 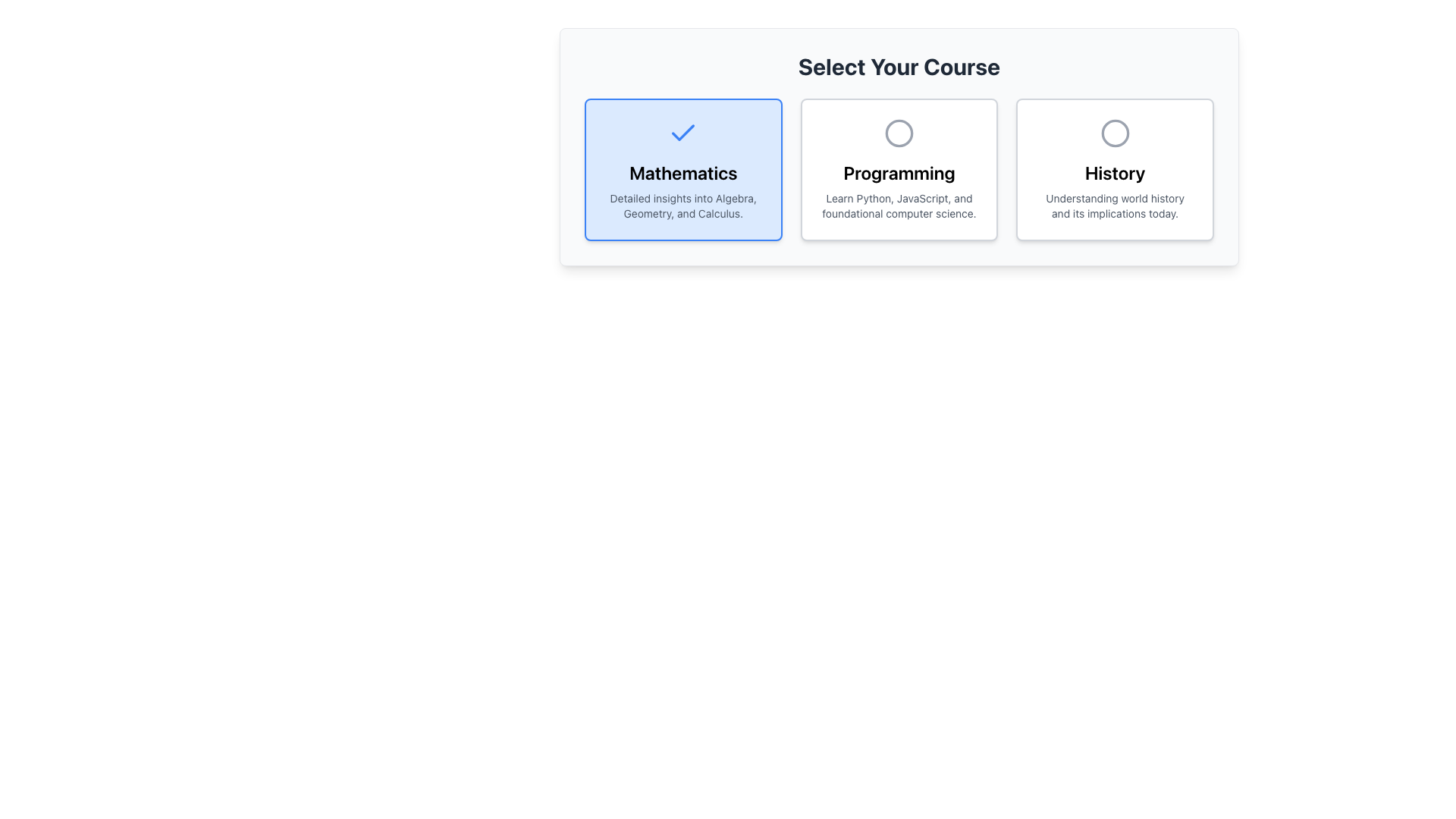 What do you see at coordinates (682, 206) in the screenshot?
I see `the text display stating 'Detailed insights into Algebra, Geometry, and Calculus.' located within the blue and white card labeled 'Mathematics'` at bounding box center [682, 206].